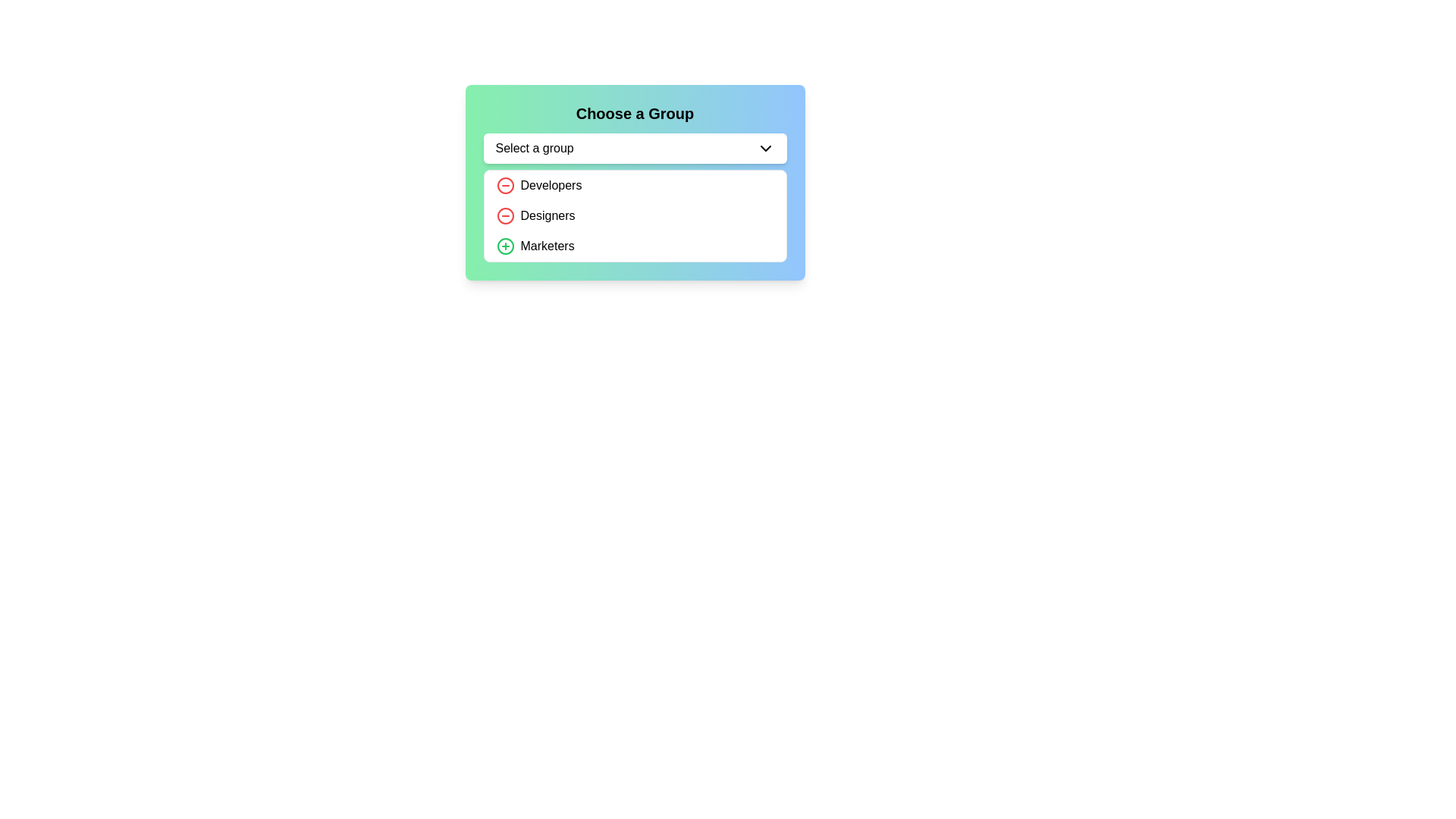  What do you see at coordinates (535, 216) in the screenshot?
I see `the 'Designers' list item within the dropdown menu` at bounding box center [535, 216].